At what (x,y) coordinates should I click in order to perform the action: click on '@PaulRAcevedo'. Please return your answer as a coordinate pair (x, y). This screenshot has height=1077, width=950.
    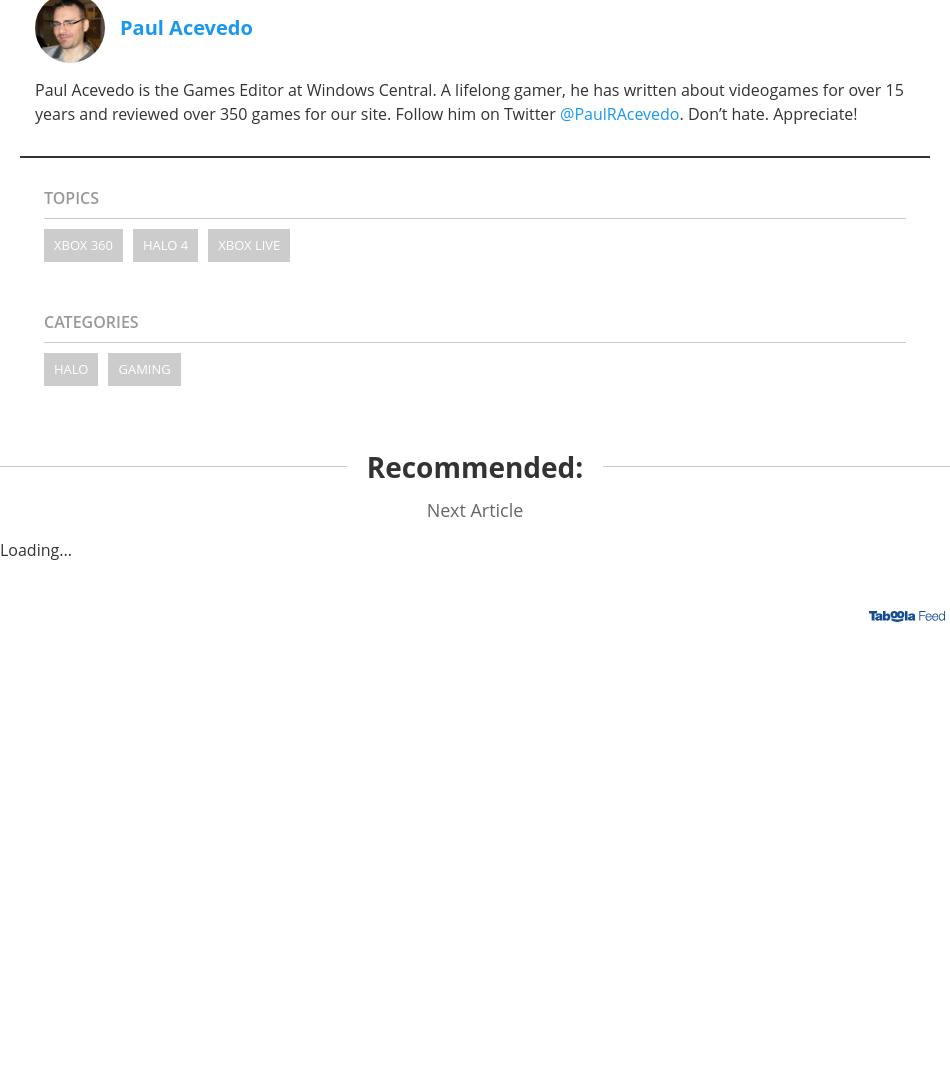
    Looking at the image, I should click on (619, 111).